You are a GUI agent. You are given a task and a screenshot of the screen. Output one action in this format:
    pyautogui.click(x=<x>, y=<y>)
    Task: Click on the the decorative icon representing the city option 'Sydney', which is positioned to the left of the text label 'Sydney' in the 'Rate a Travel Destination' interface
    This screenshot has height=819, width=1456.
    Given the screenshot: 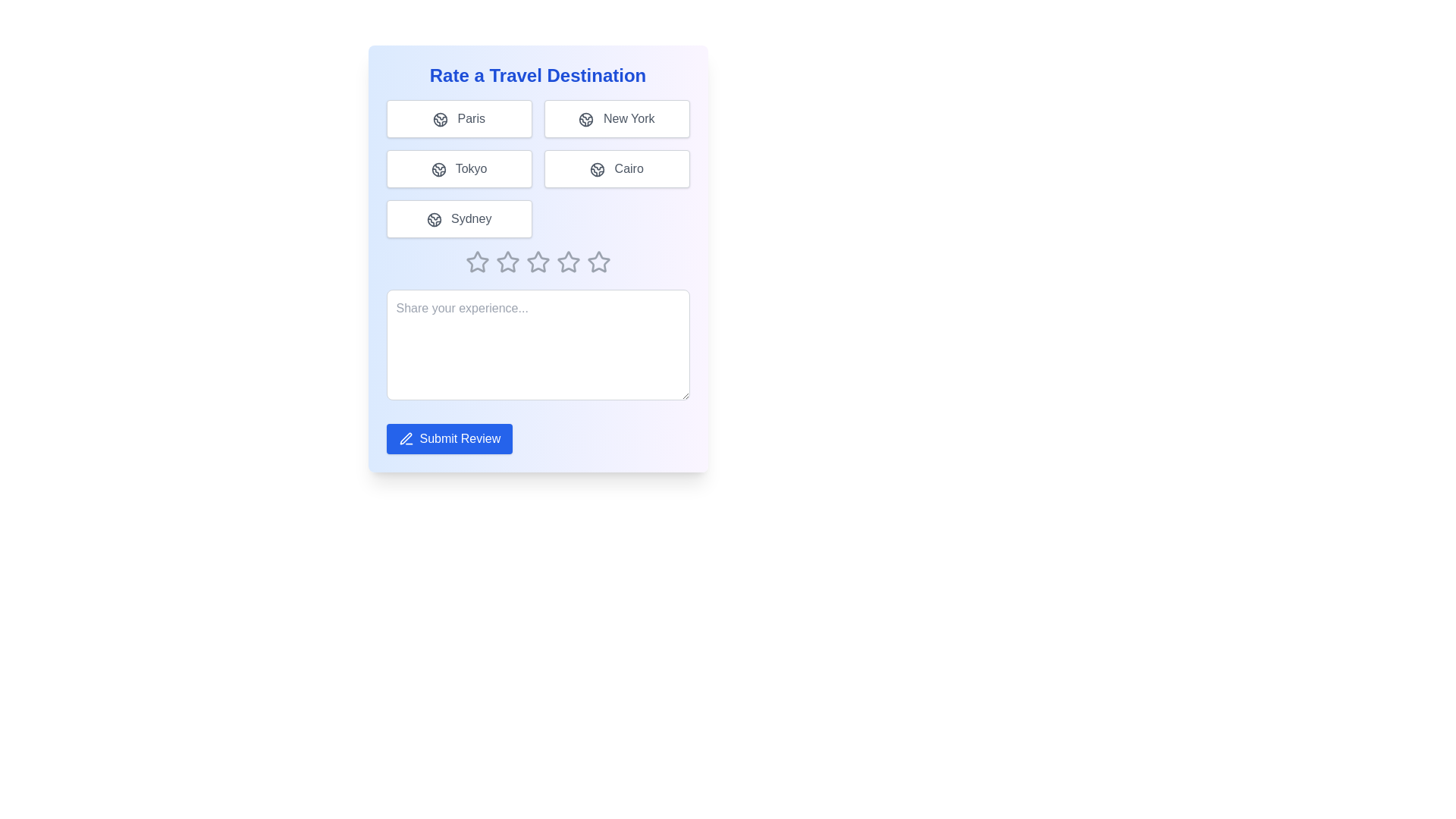 What is the action you would take?
    pyautogui.click(x=433, y=219)
    